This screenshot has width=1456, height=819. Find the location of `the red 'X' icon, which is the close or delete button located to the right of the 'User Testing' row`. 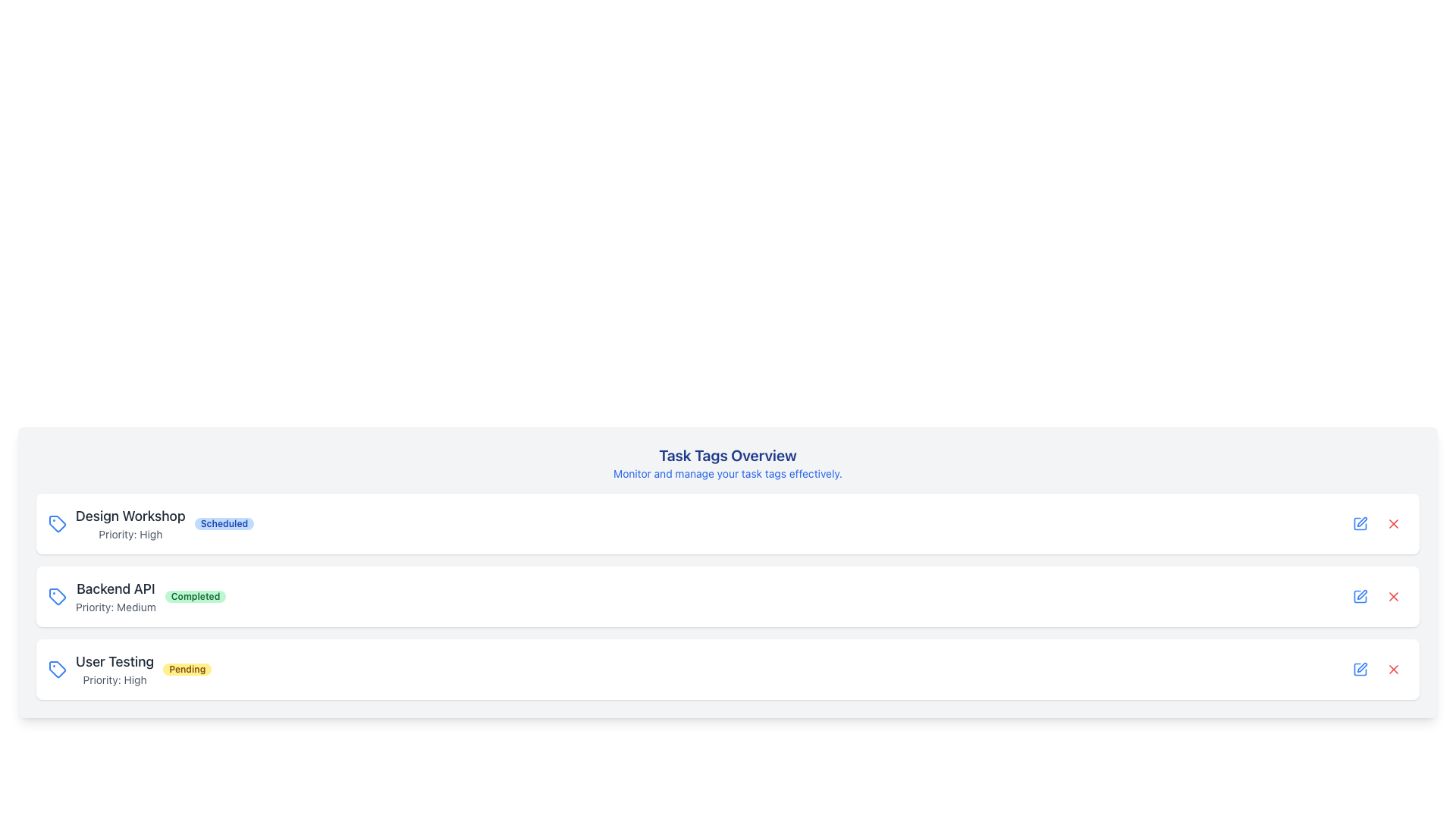

the red 'X' icon, which is the close or delete button located to the right of the 'User Testing' row is located at coordinates (1394, 669).